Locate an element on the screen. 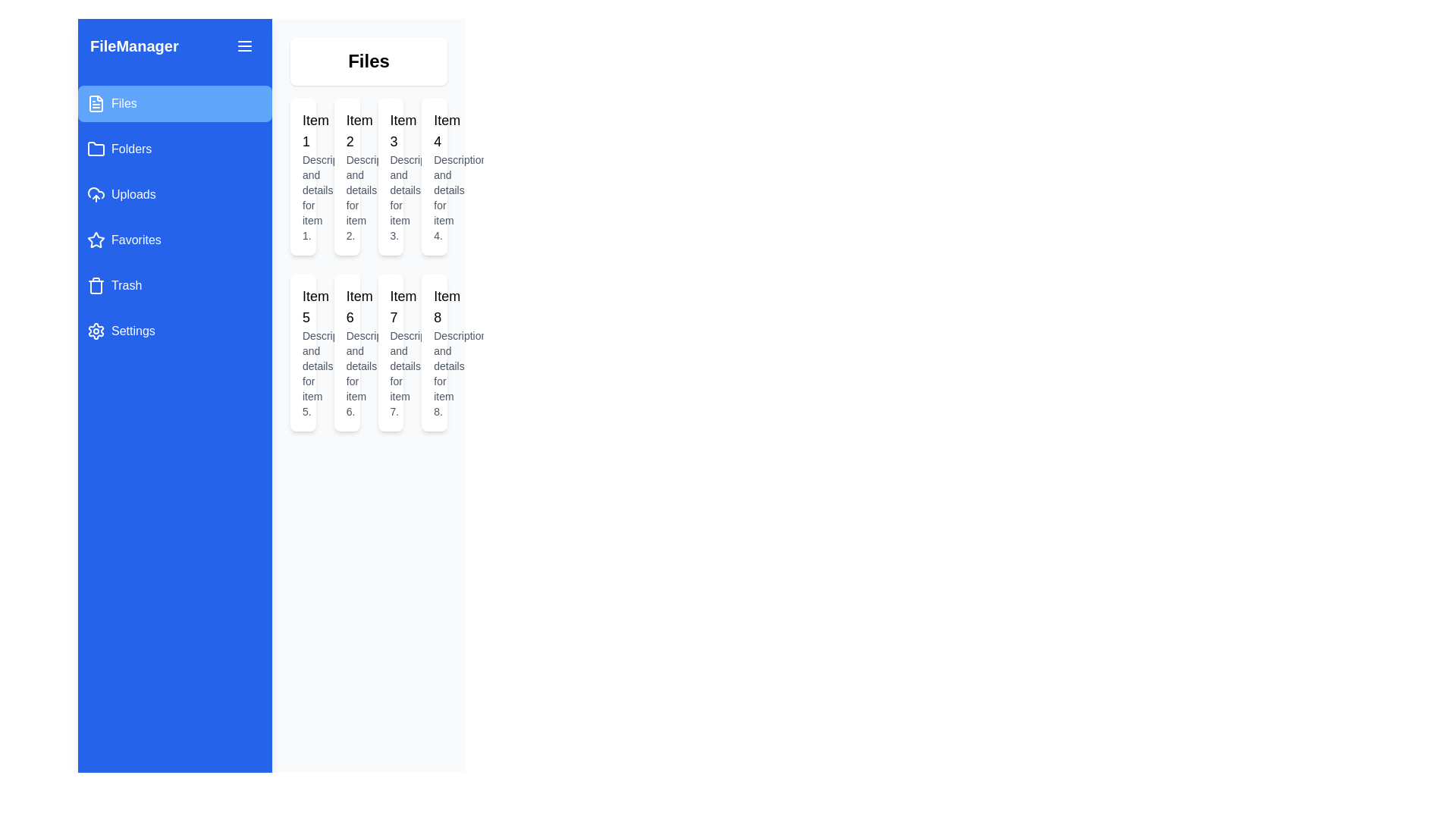 This screenshot has width=1456, height=819. the text label reading 'Description and details for item 8.' which is located beneath the header 'Item 8' in the second row, fourth column of the grid layout is located at coordinates (434, 374).